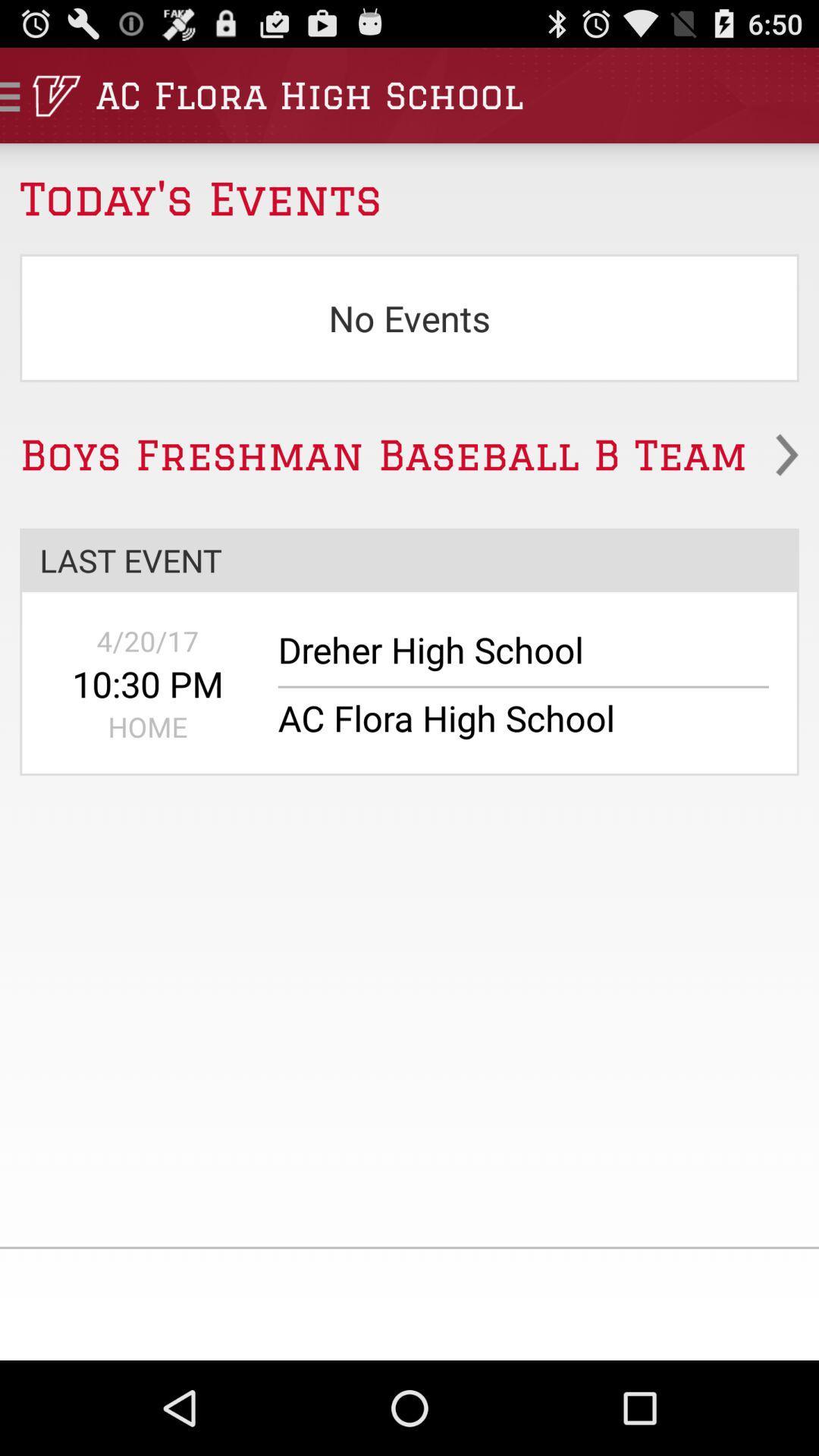  Describe the element at coordinates (409, 454) in the screenshot. I see `the item below the no events icon` at that location.